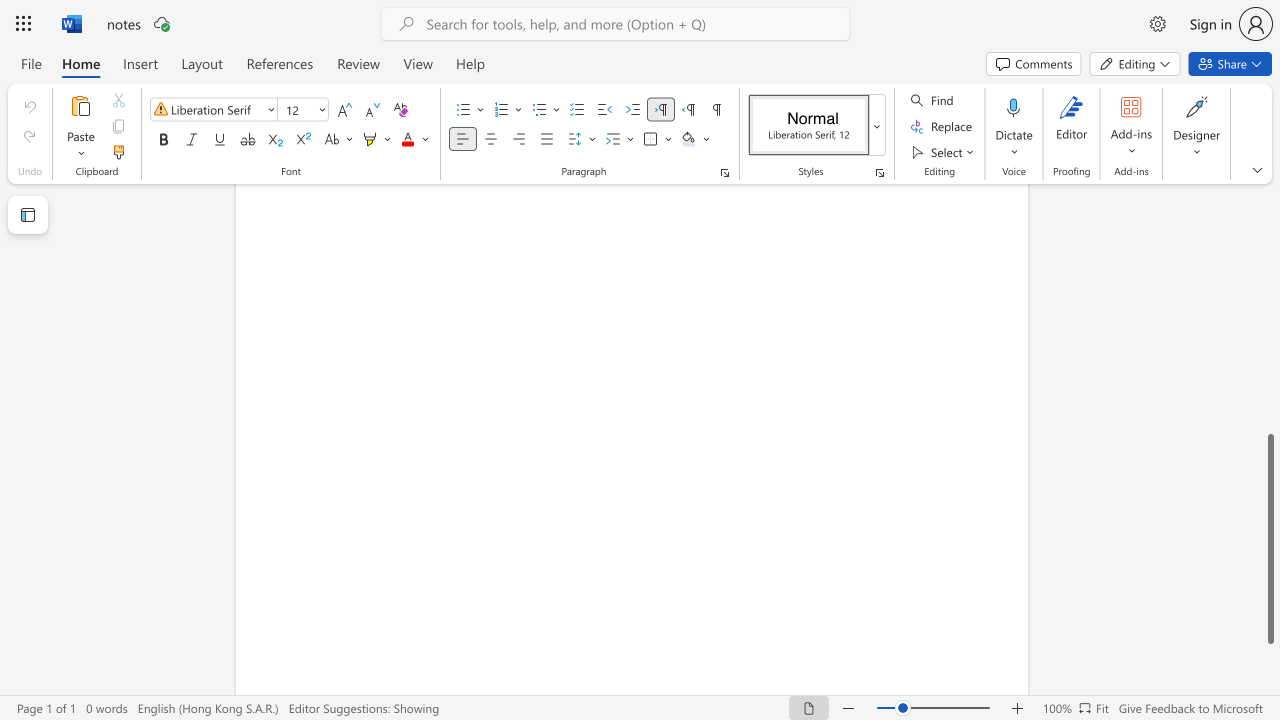 The width and height of the screenshot is (1280, 720). What do you see at coordinates (1269, 418) in the screenshot?
I see `the scrollbar on the right to move the page upward` at bounding box center [1269, 418].